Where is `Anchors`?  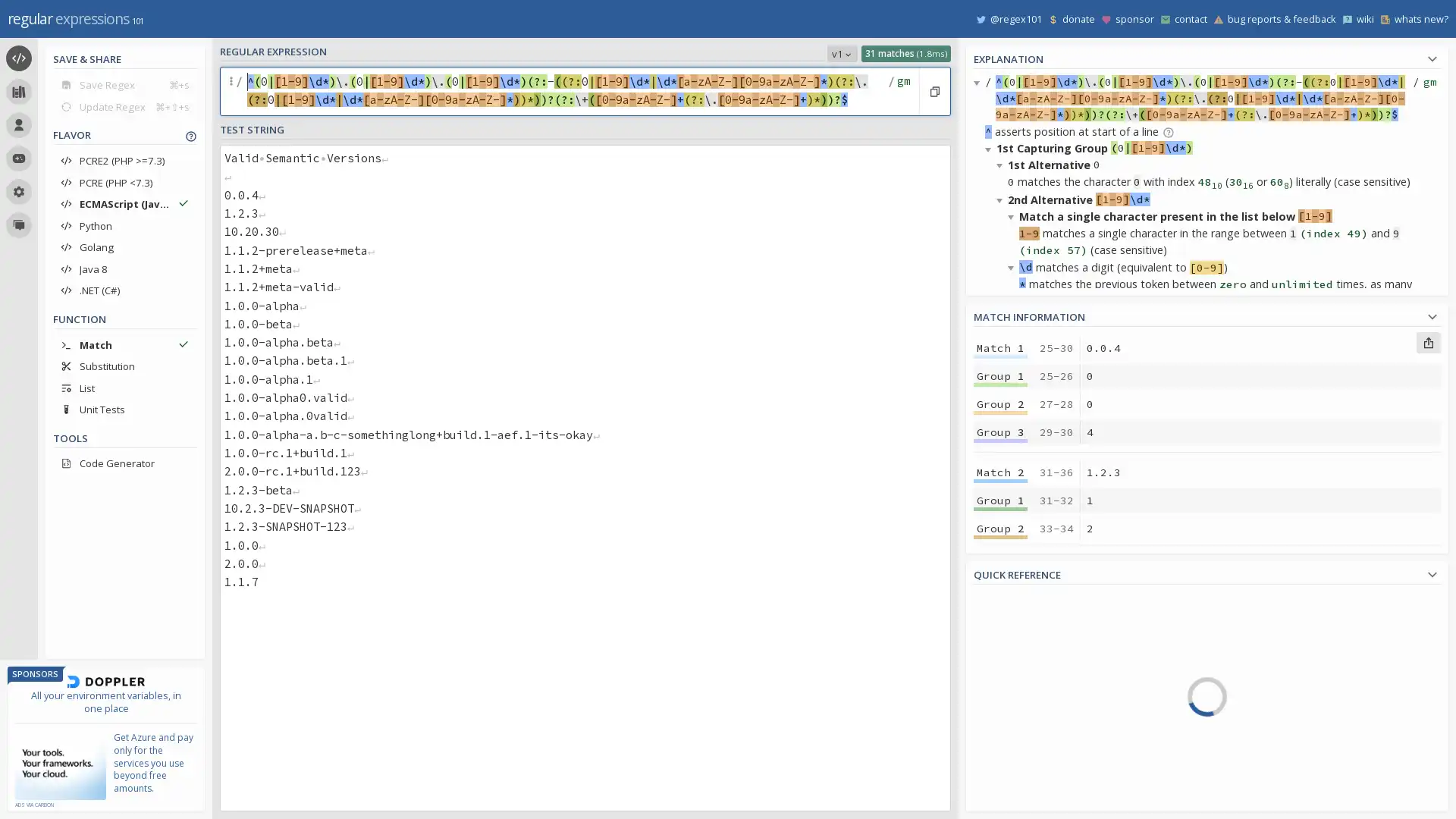
Anchors is located at coordinates (1044, 694).